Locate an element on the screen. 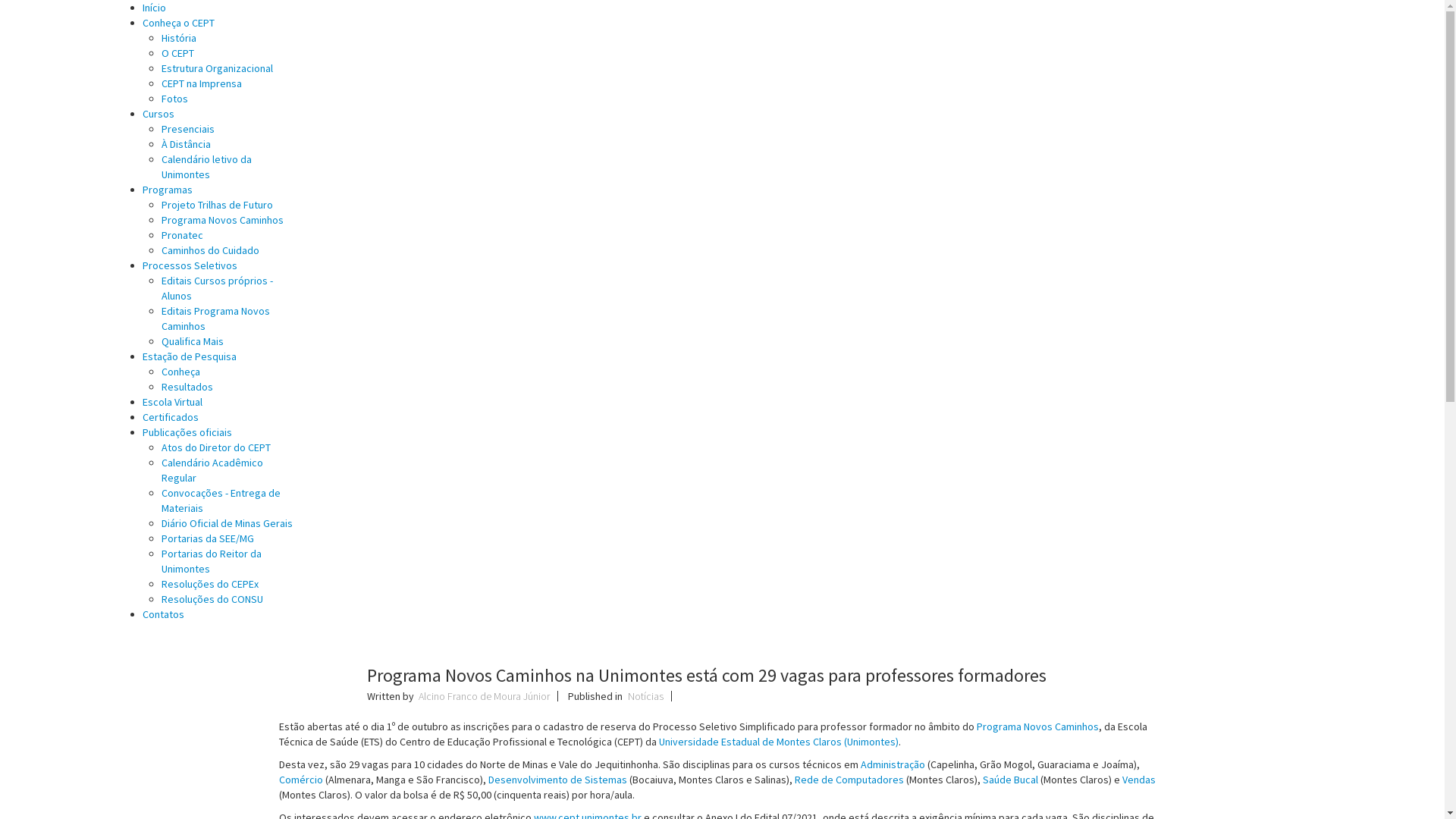 The image size is (1456, 819). 'Projeto Trilhas de Futuro' is located at coordinates (216, 205).